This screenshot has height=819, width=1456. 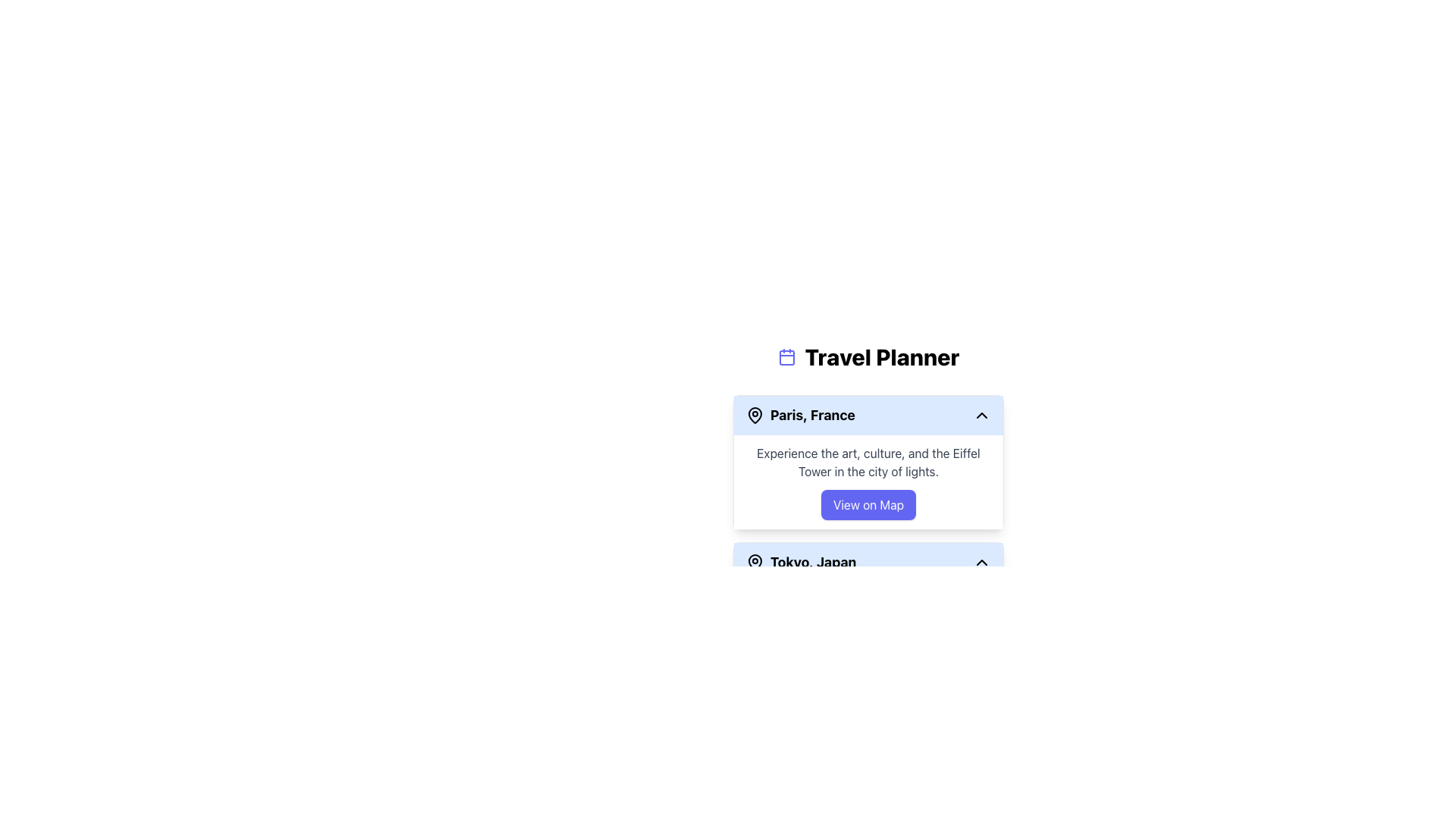 What do you see at coordinates (755, 415) in the screenshot?
I see `the upper part of the location pin icon next to the text 'Paris, France' on the interface layout` at bounding box center [755, 415].